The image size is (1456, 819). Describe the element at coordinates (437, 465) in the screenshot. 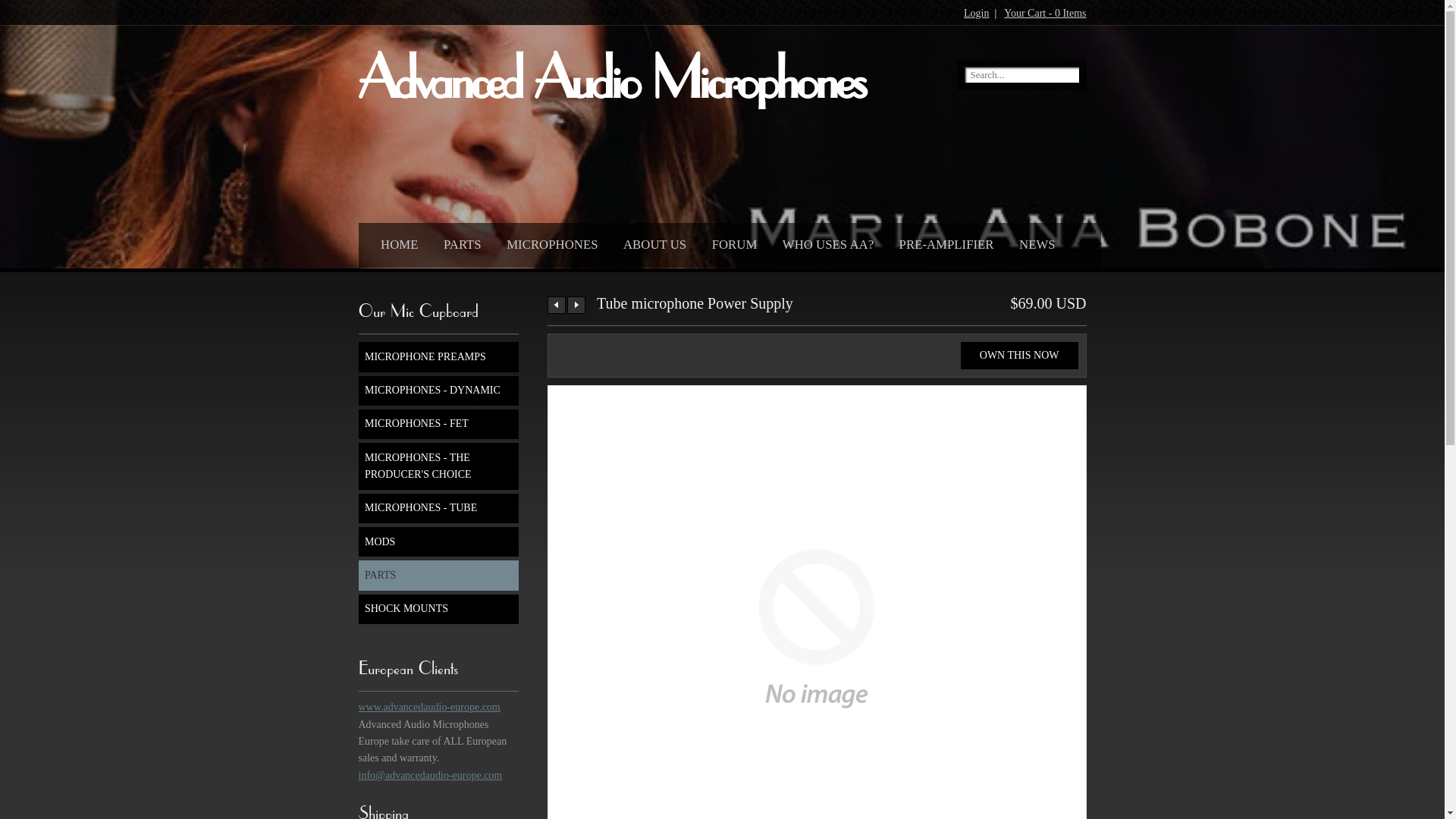

I see `'MICROPHONES - THE PRODUCER'S CHOICE'` at that location.